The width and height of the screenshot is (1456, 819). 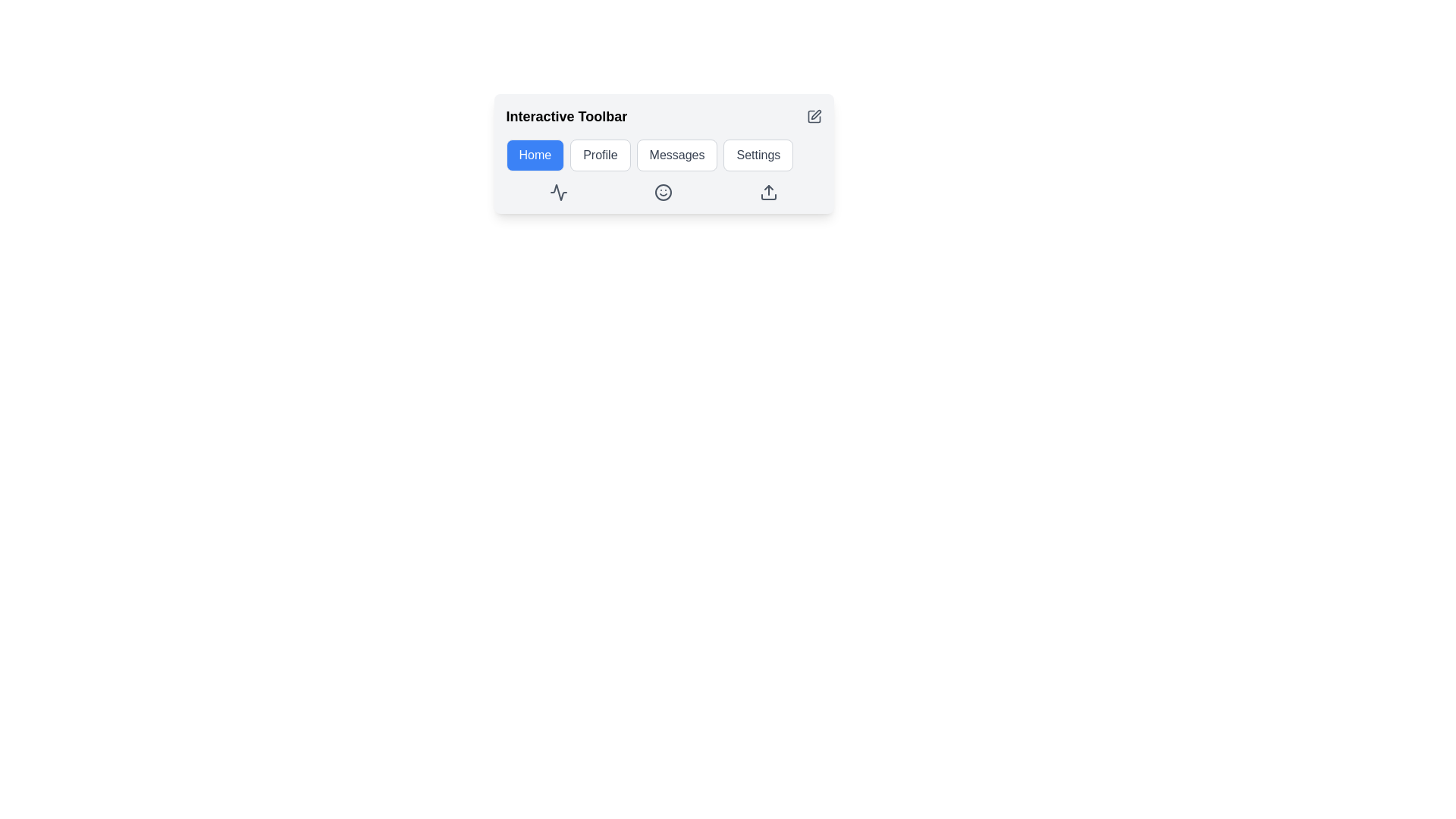 I want to click on the square-shaped icon button with a pencil icon, located in the top-right corner of the 'Interactive Toolbar', so click(x=813, y=116).